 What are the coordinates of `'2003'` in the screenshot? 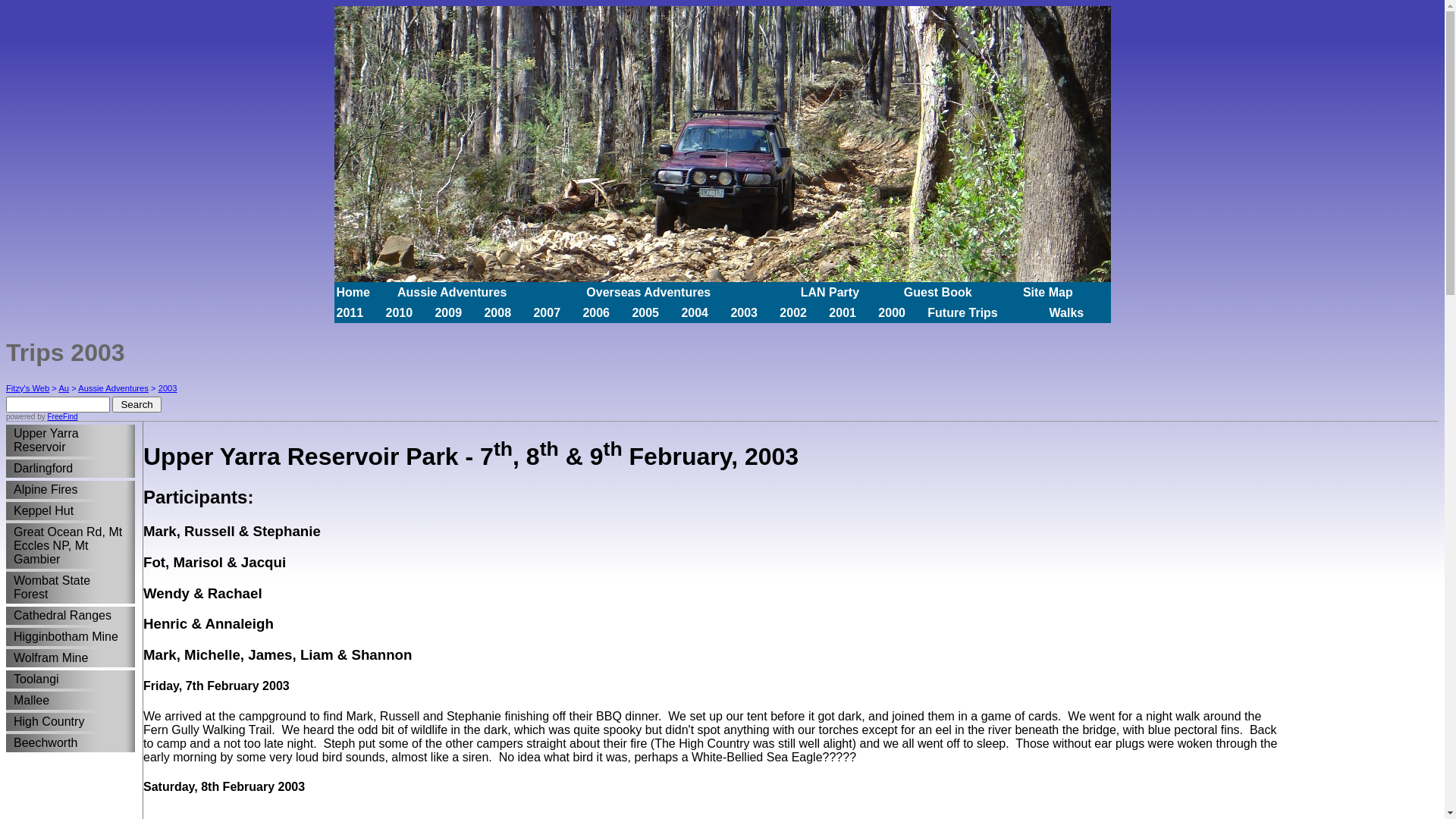 It's located at (743, 312).